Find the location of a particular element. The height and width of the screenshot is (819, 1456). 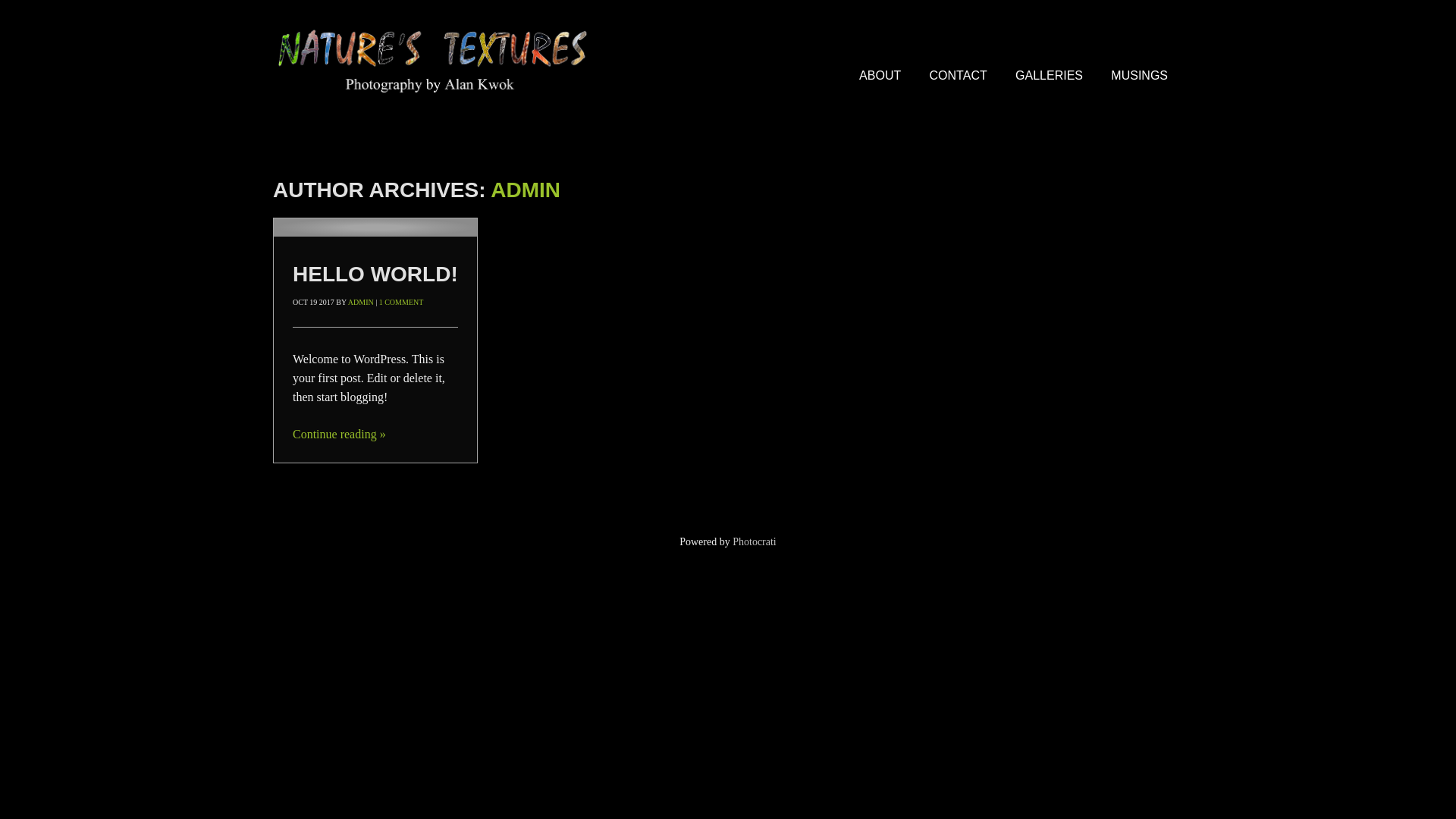

'ABOUT' is located at coordinates (880, 76).